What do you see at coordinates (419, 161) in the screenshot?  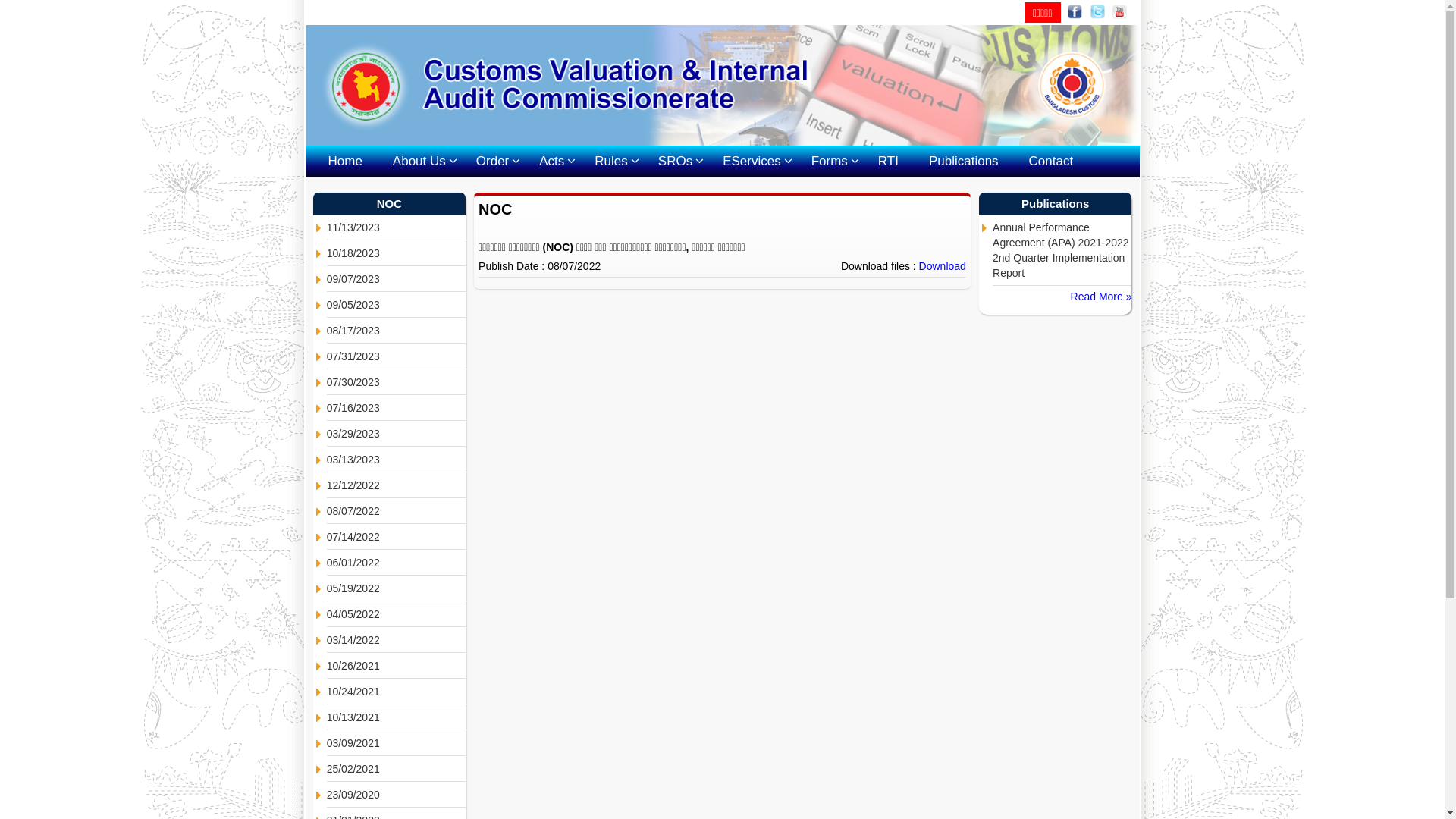 I see `'About Us'` at bounding box center [419, 161].